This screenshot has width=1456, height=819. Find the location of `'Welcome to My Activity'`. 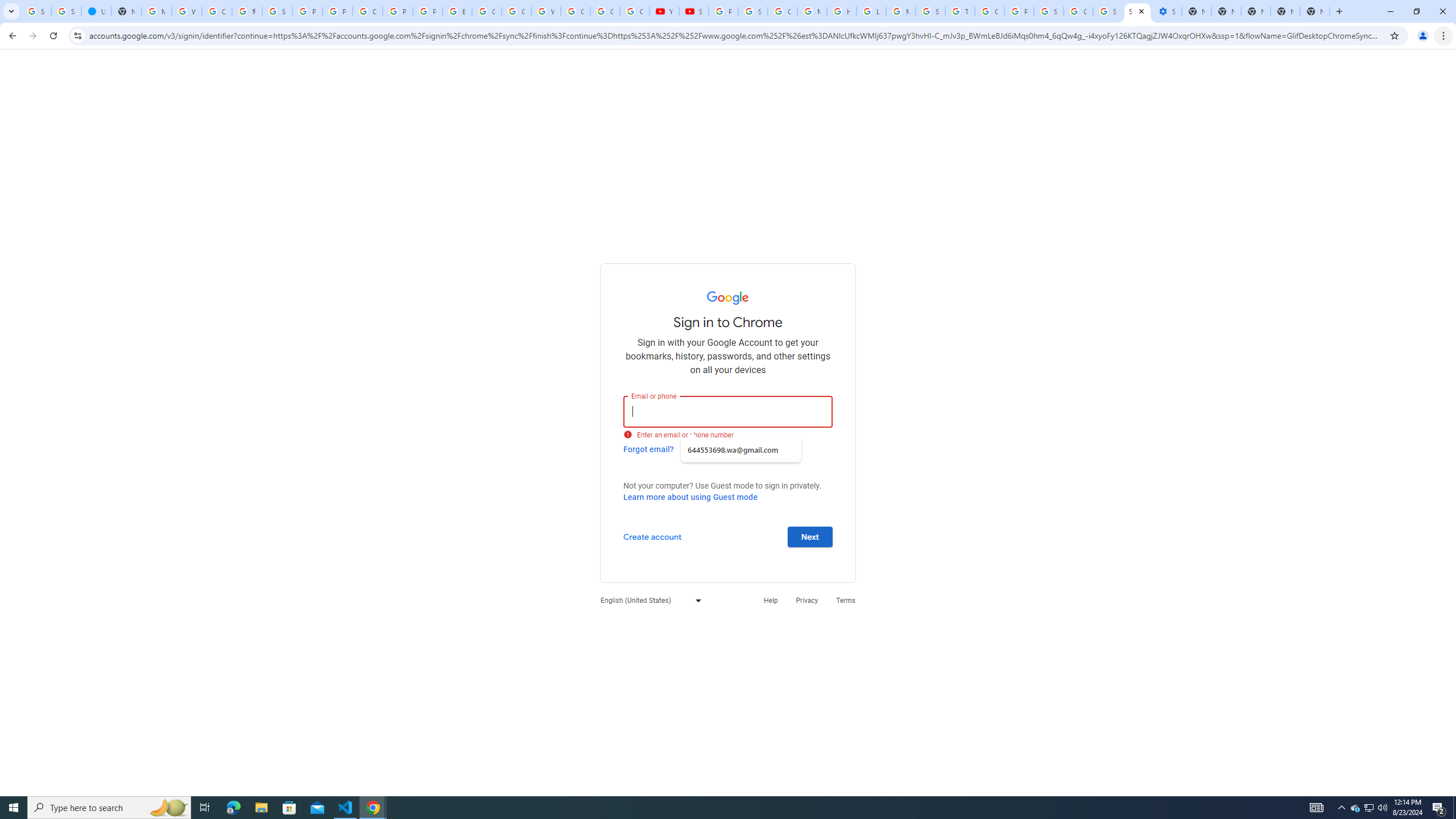

'Welcome to My Activity' is located at coordinates (545, 11).